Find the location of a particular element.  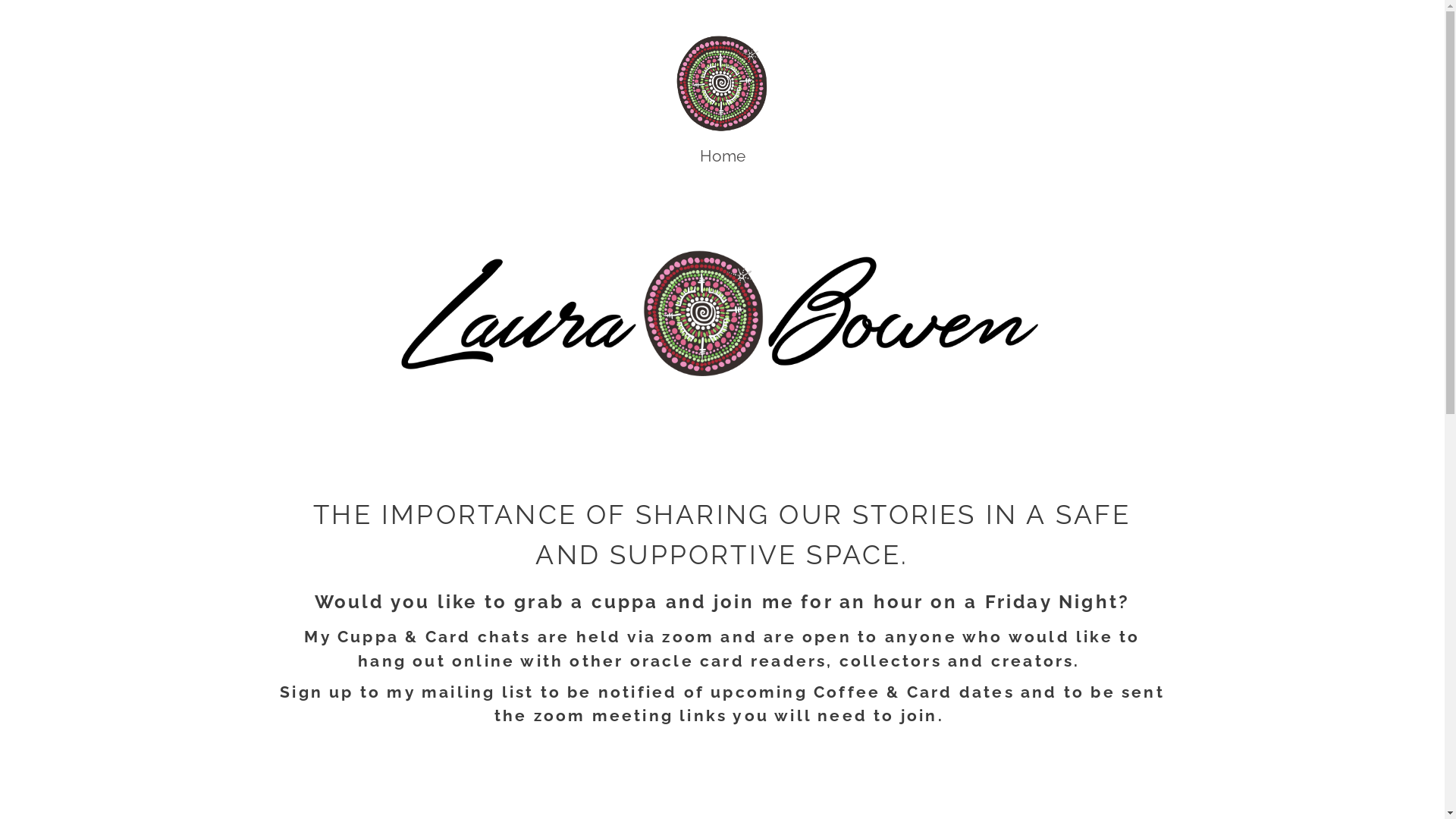

'Home' is located at coordinates (720, 155).